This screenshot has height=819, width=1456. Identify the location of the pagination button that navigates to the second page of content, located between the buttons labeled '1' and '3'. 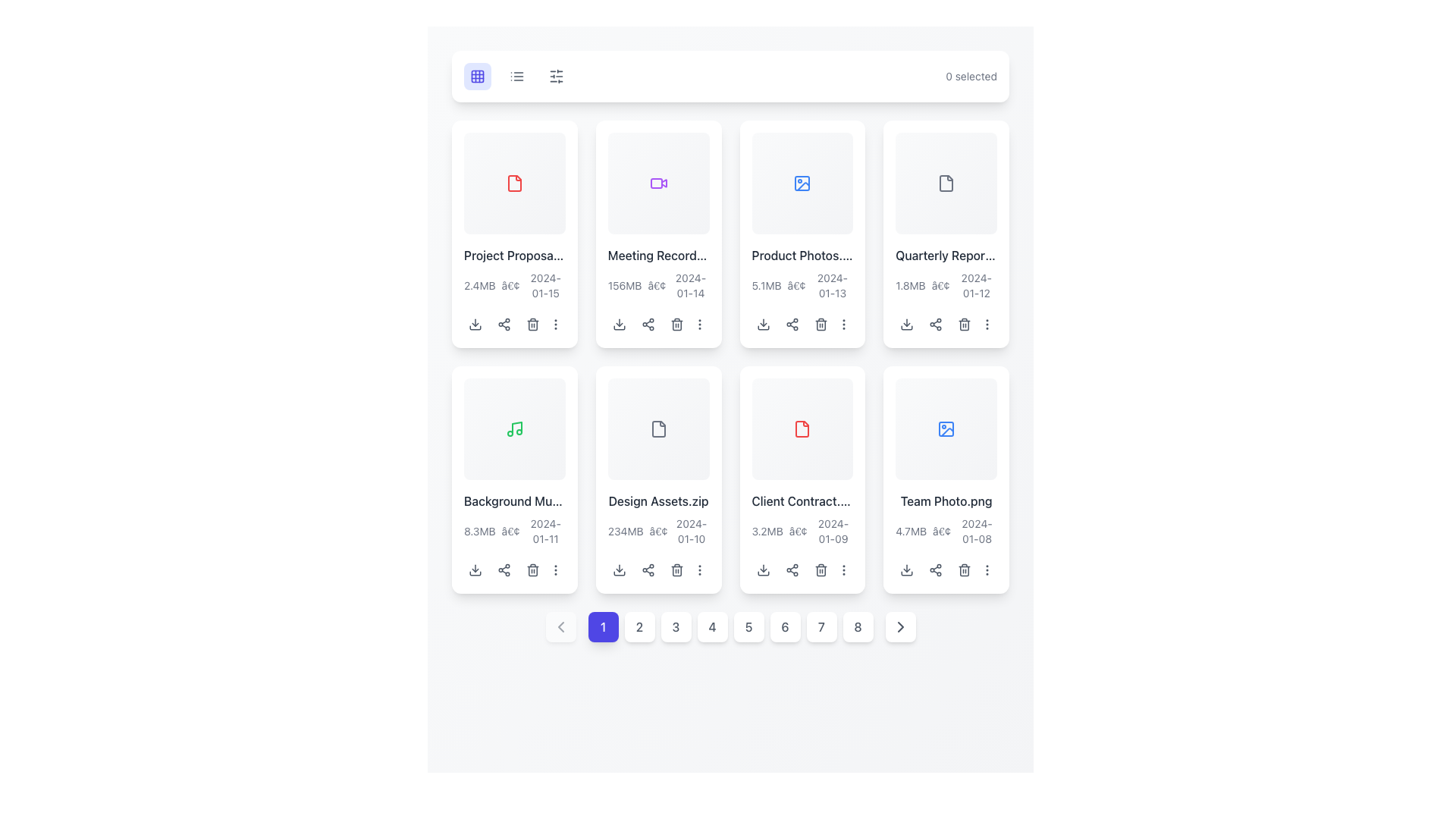
(639, 626).